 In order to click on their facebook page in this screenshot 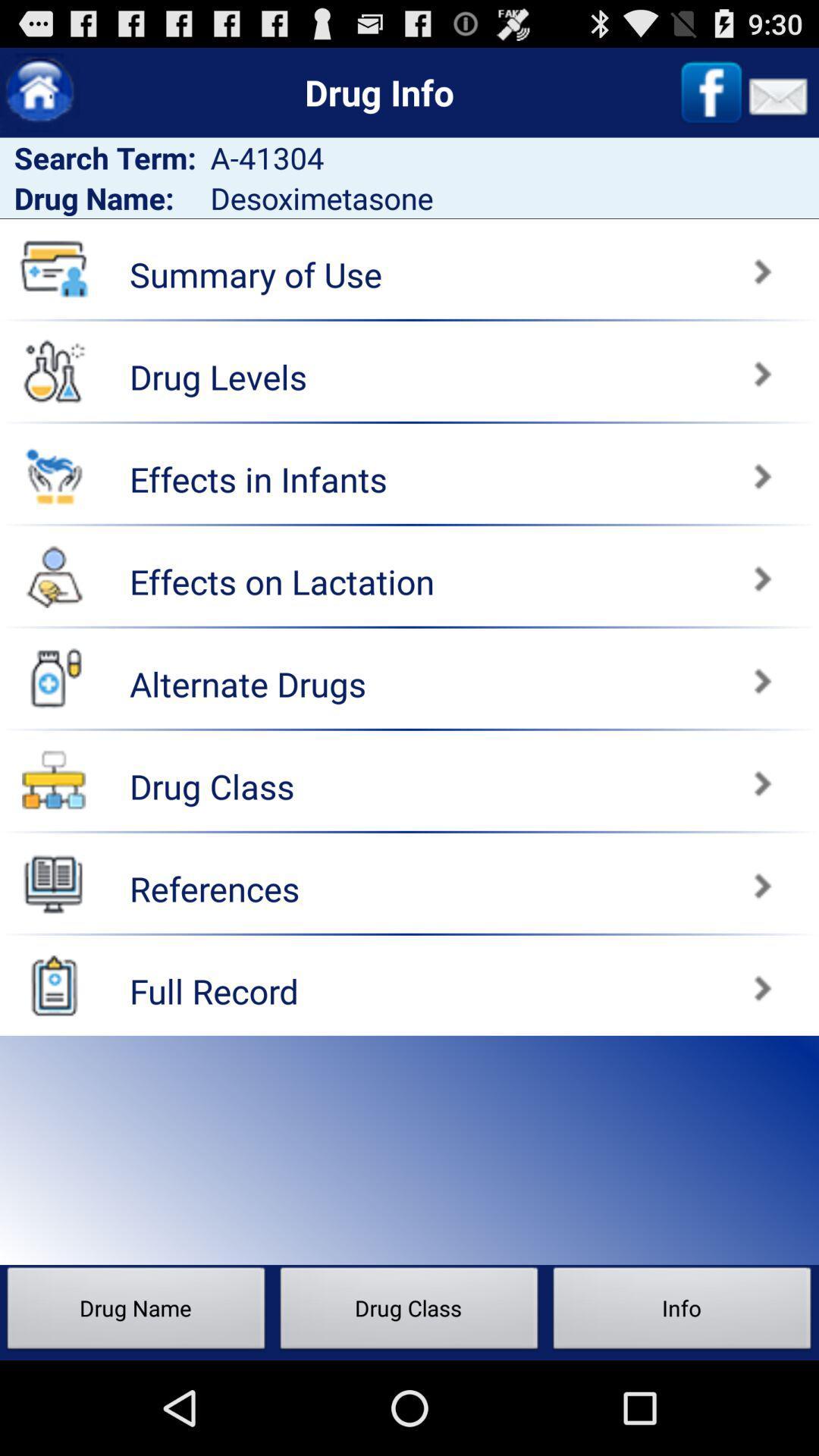, I will do `click(711, 92)`.